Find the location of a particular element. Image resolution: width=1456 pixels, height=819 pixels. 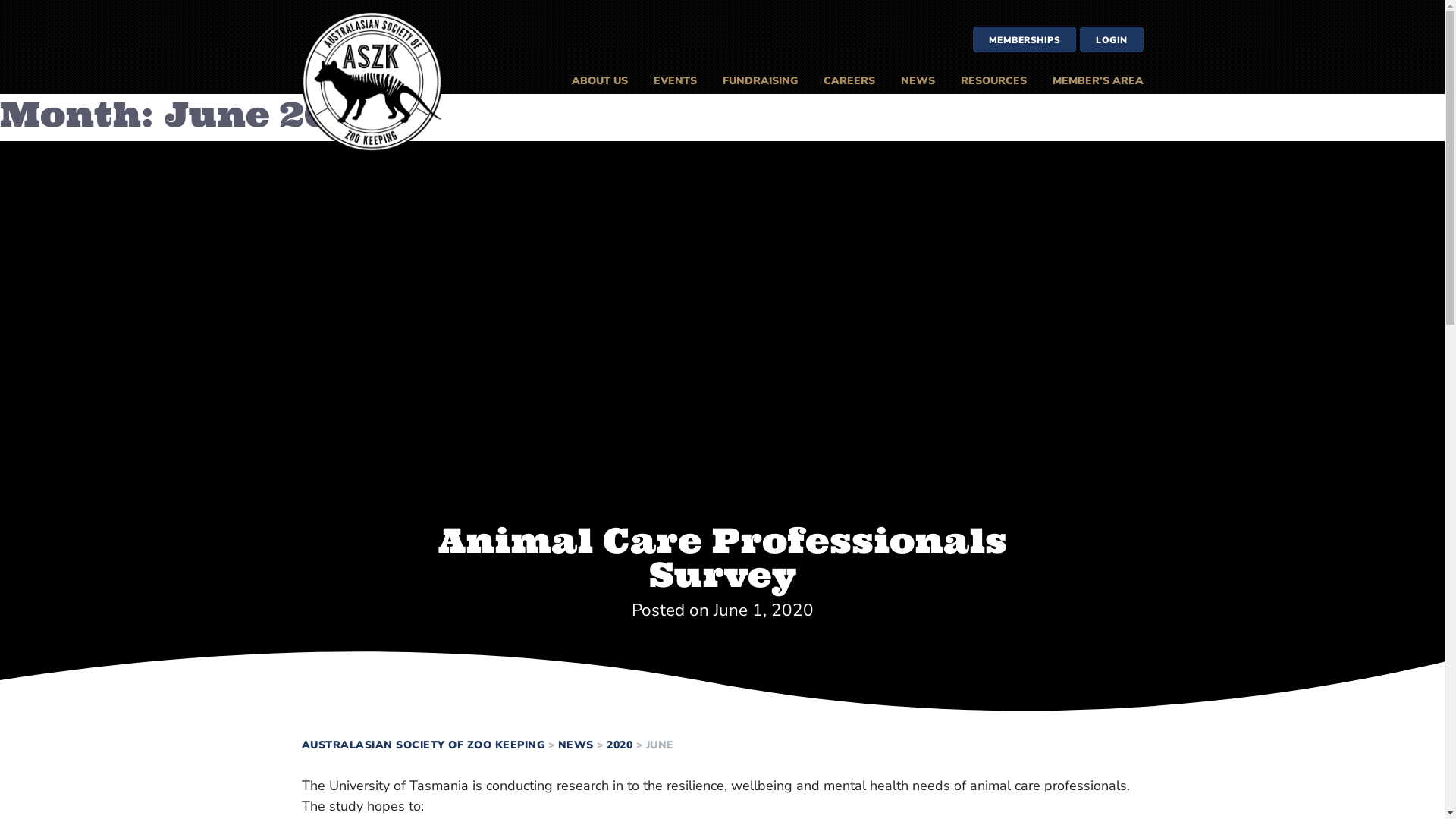

'2020' is located at coordinates (619, 744).